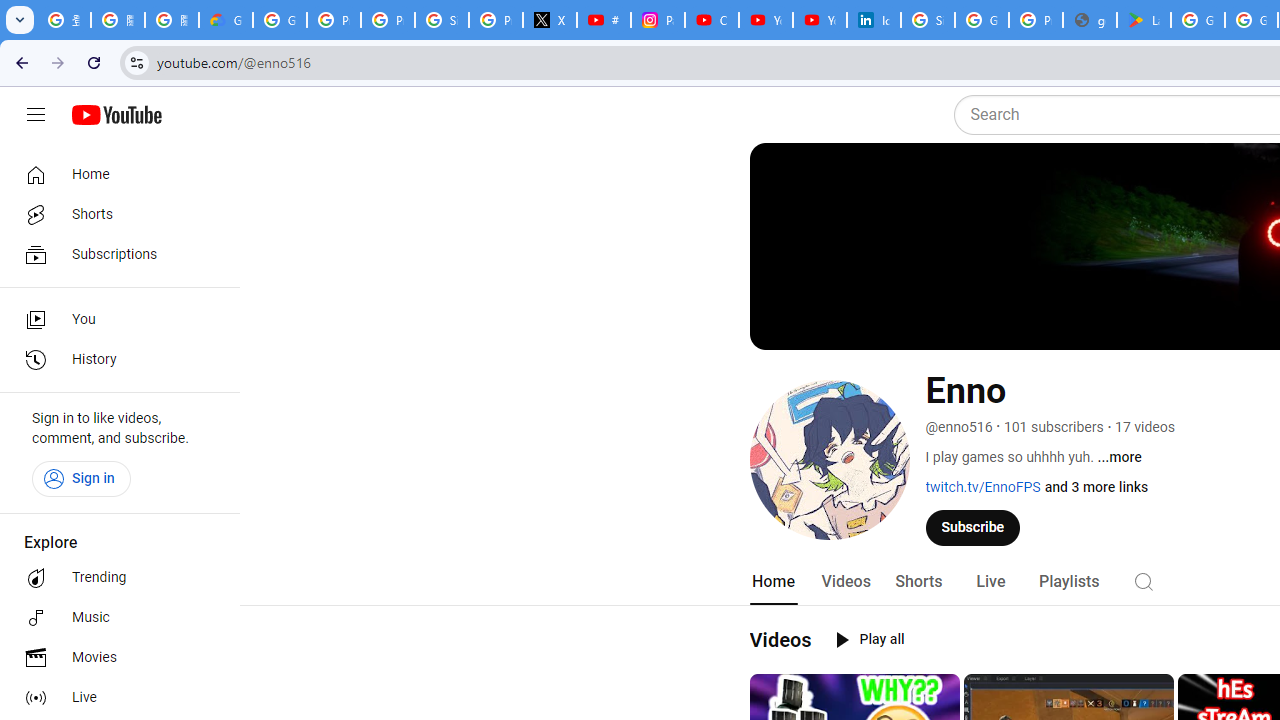 This screenshot has height=720, width=1280. I want to click on 'and 3 more links', so click(1095, 487).